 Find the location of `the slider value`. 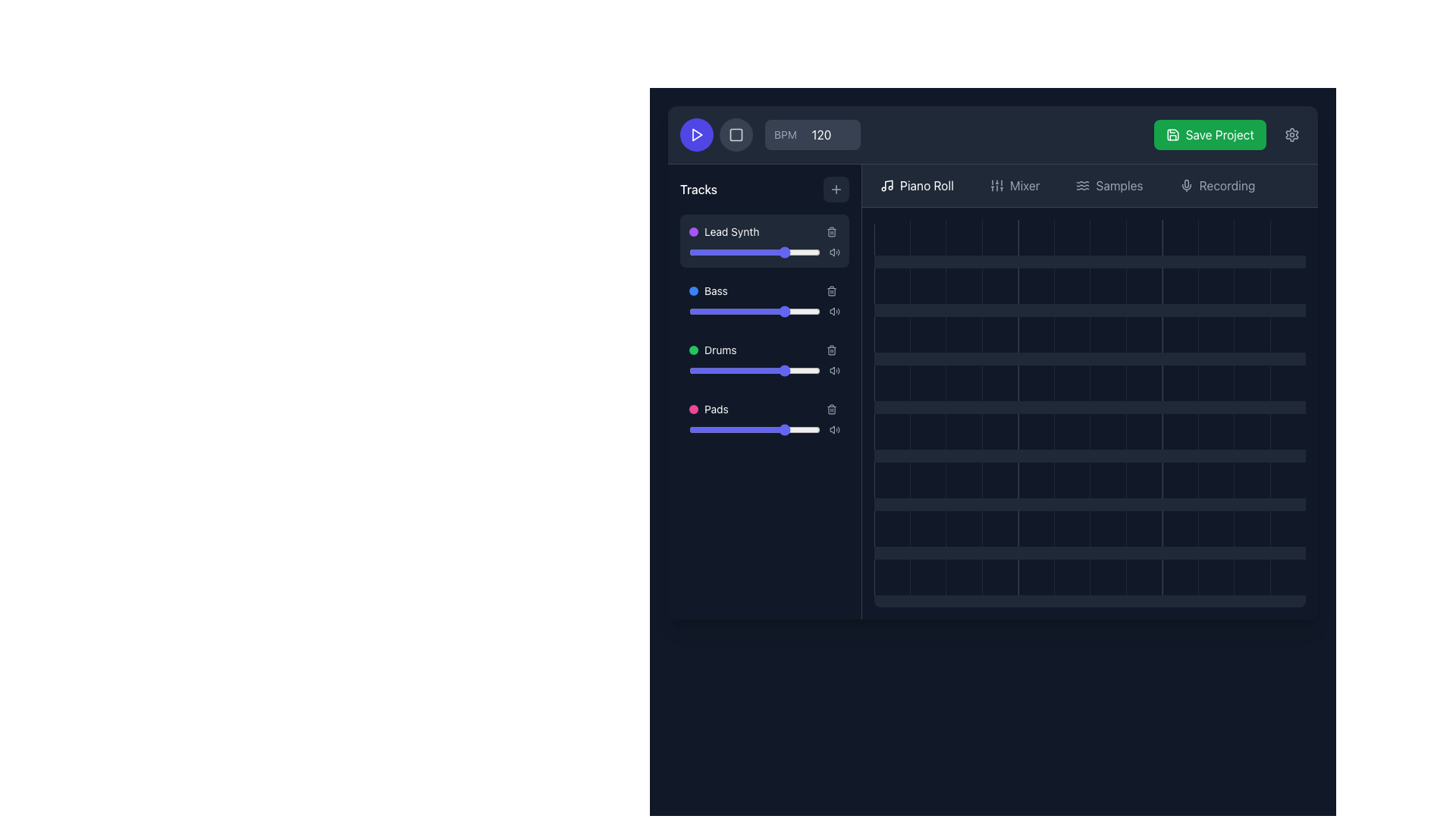

the slider value is located at coordinates (790, 311).